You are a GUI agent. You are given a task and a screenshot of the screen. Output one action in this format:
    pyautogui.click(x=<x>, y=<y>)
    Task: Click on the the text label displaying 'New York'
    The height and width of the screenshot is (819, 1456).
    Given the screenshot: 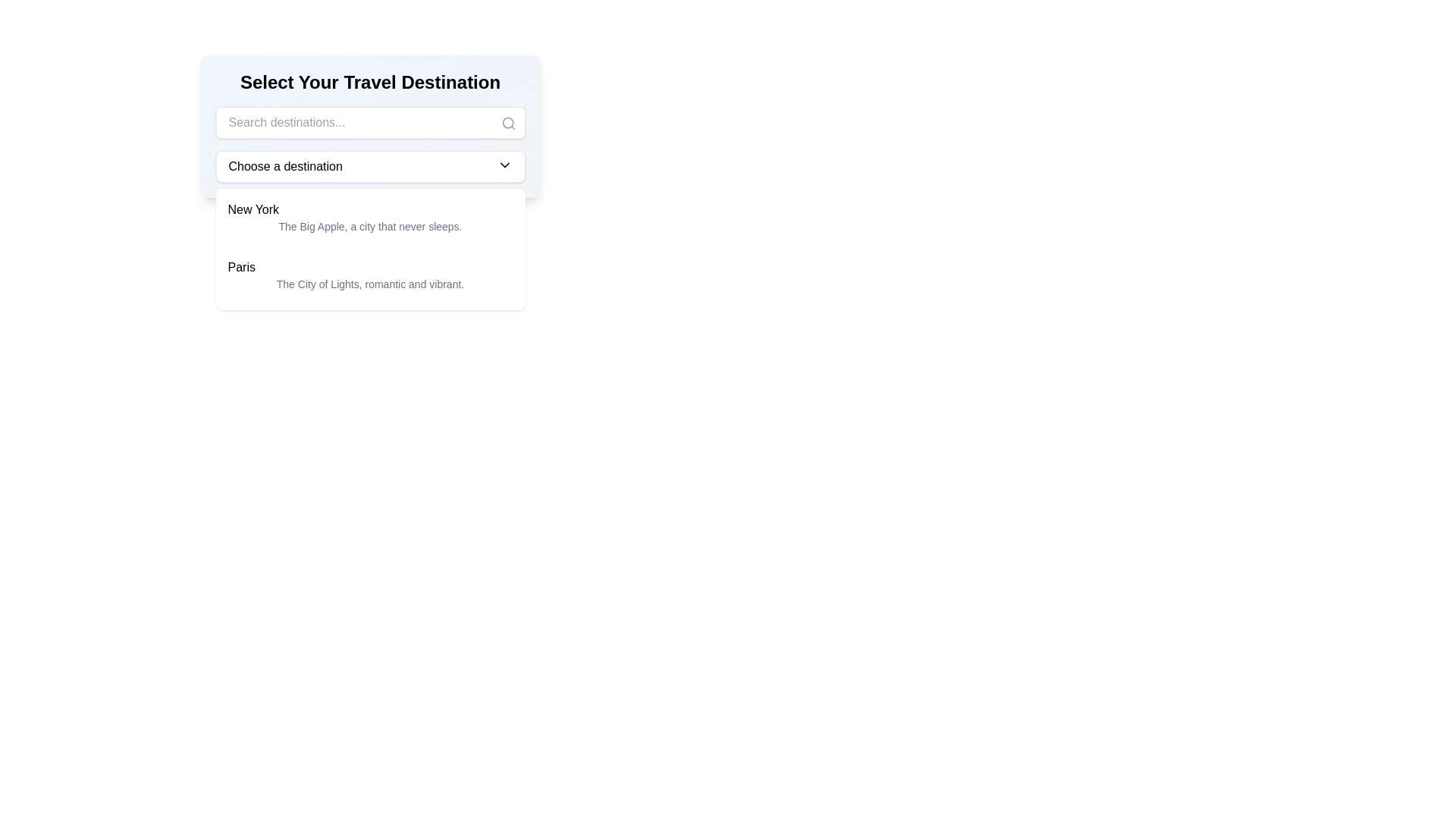 What is the action you would take?
    pyautogui.click(x=370, y=210)
    